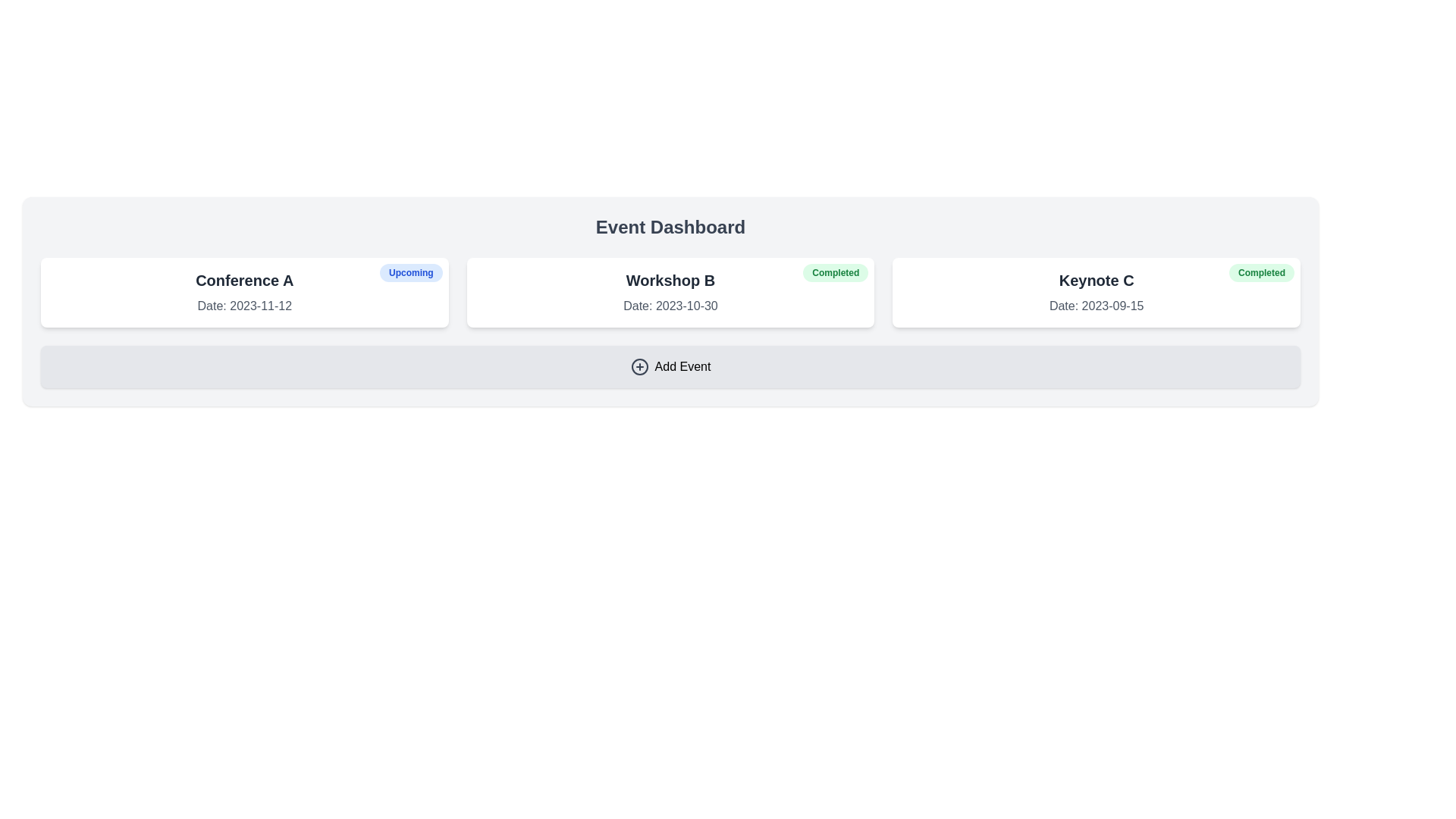  What do you see at coordinates (1262, 271) in the screenshot?
I see `the completion status label located at the top-right corner of the 'Keynote C' event card dated '2023-09-15'` at bounding box center [1262, 271].